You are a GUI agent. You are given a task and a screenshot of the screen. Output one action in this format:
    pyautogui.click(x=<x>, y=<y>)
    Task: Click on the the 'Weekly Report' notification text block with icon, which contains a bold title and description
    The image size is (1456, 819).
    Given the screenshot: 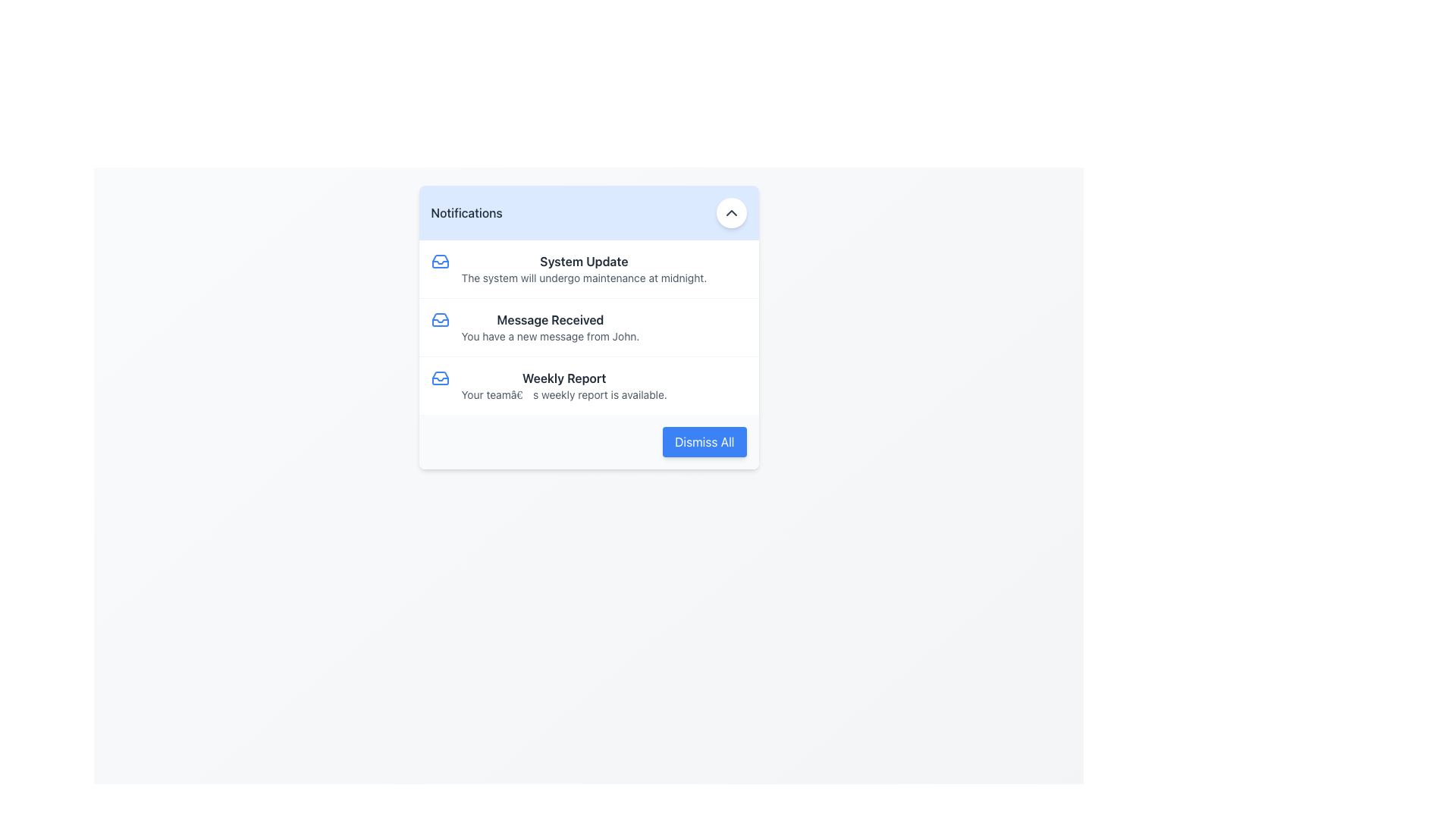 What is the action you would take?
    pyautogui.click(x=588, y=385)
    